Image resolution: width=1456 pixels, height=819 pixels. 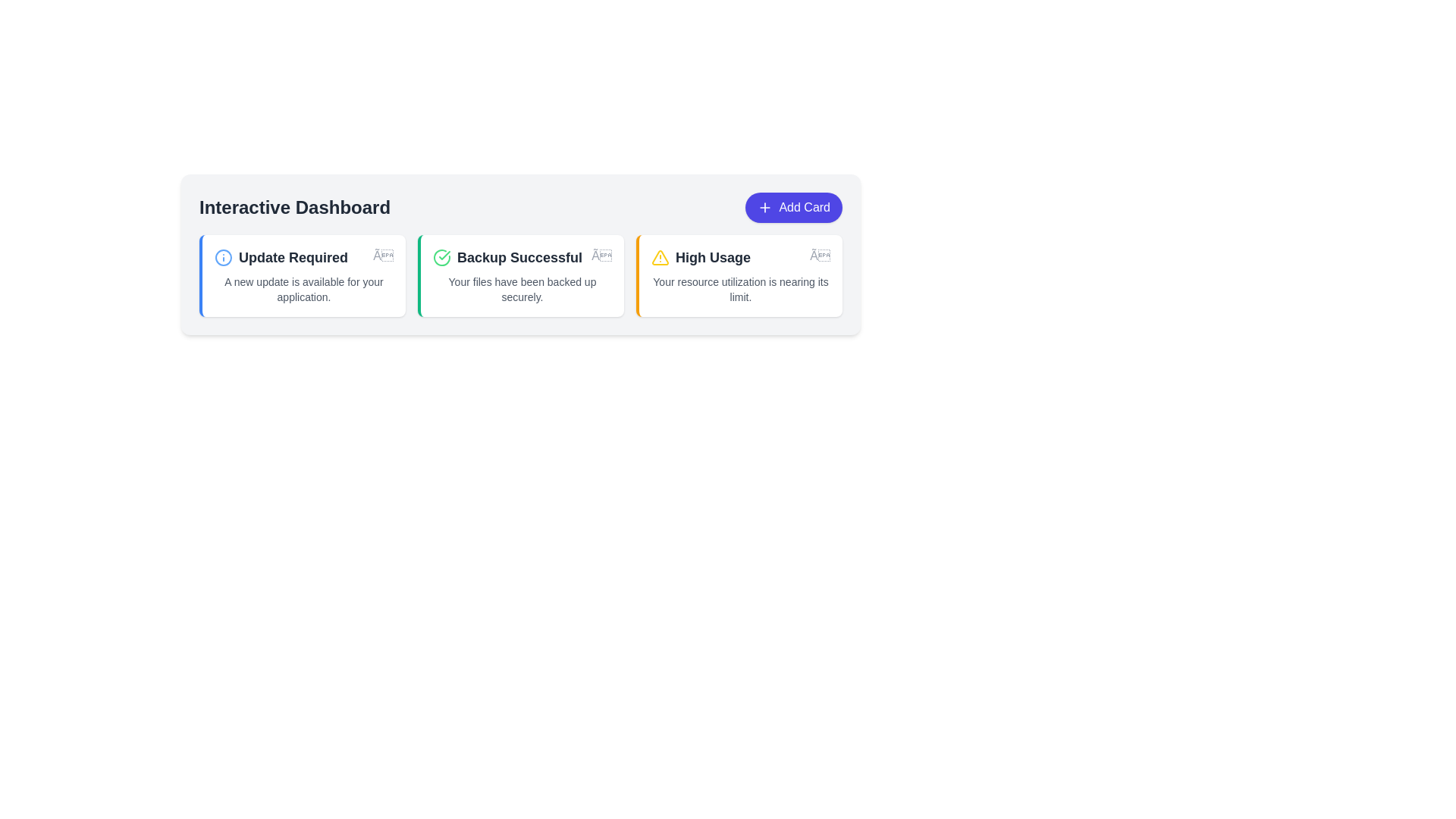 What do you see at coordinates (303, 289) in the screenshot?
I see `the static text label that reads 'A new update is available for your application.' which is styled with a small font size and gray color, located below the title 'Update Required' in the first card of the 'Interactive Dashboard' group` at bounding box center [303, 289].